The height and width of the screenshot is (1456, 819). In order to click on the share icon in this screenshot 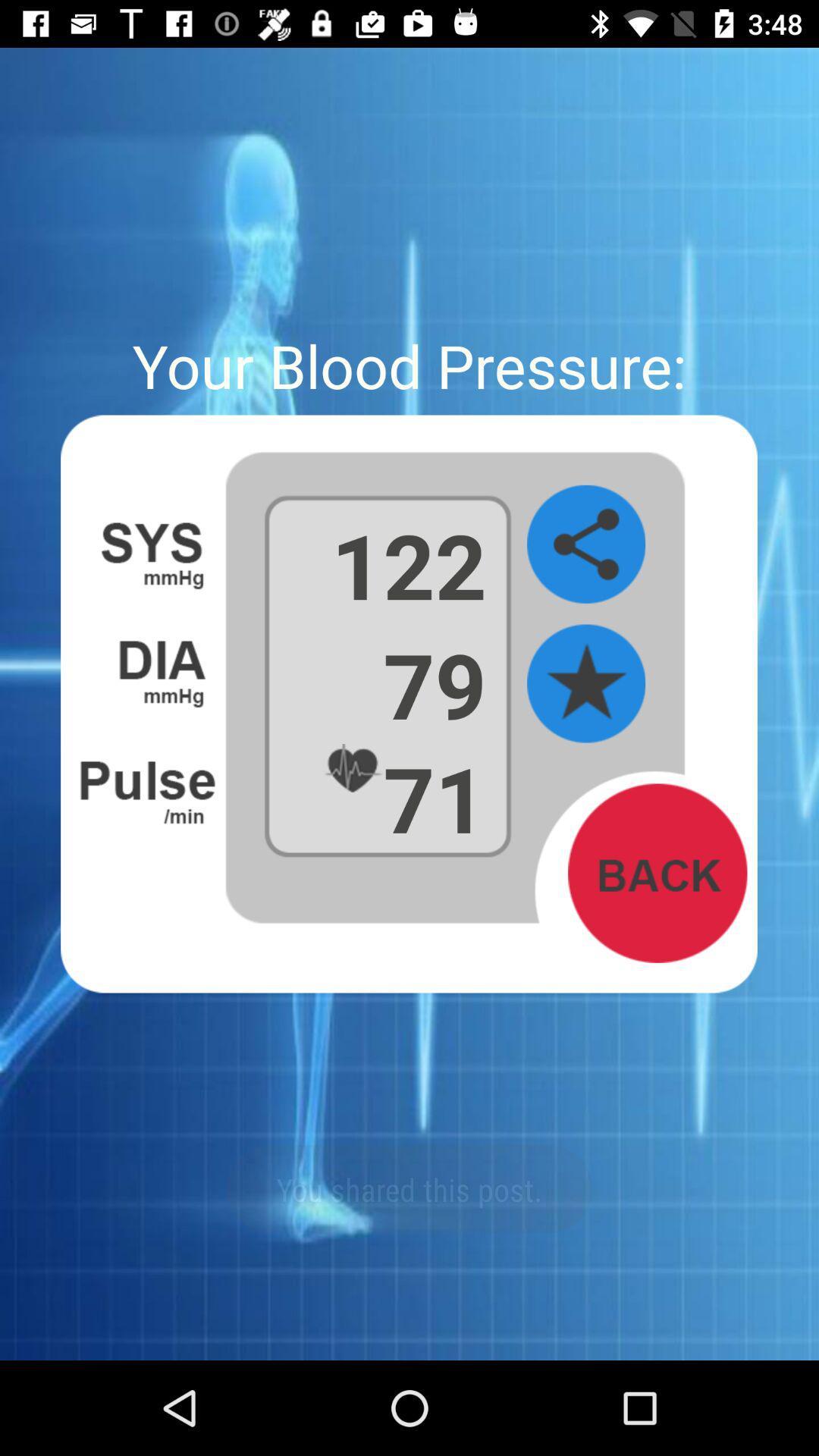, I will do `click(585, 544)`.